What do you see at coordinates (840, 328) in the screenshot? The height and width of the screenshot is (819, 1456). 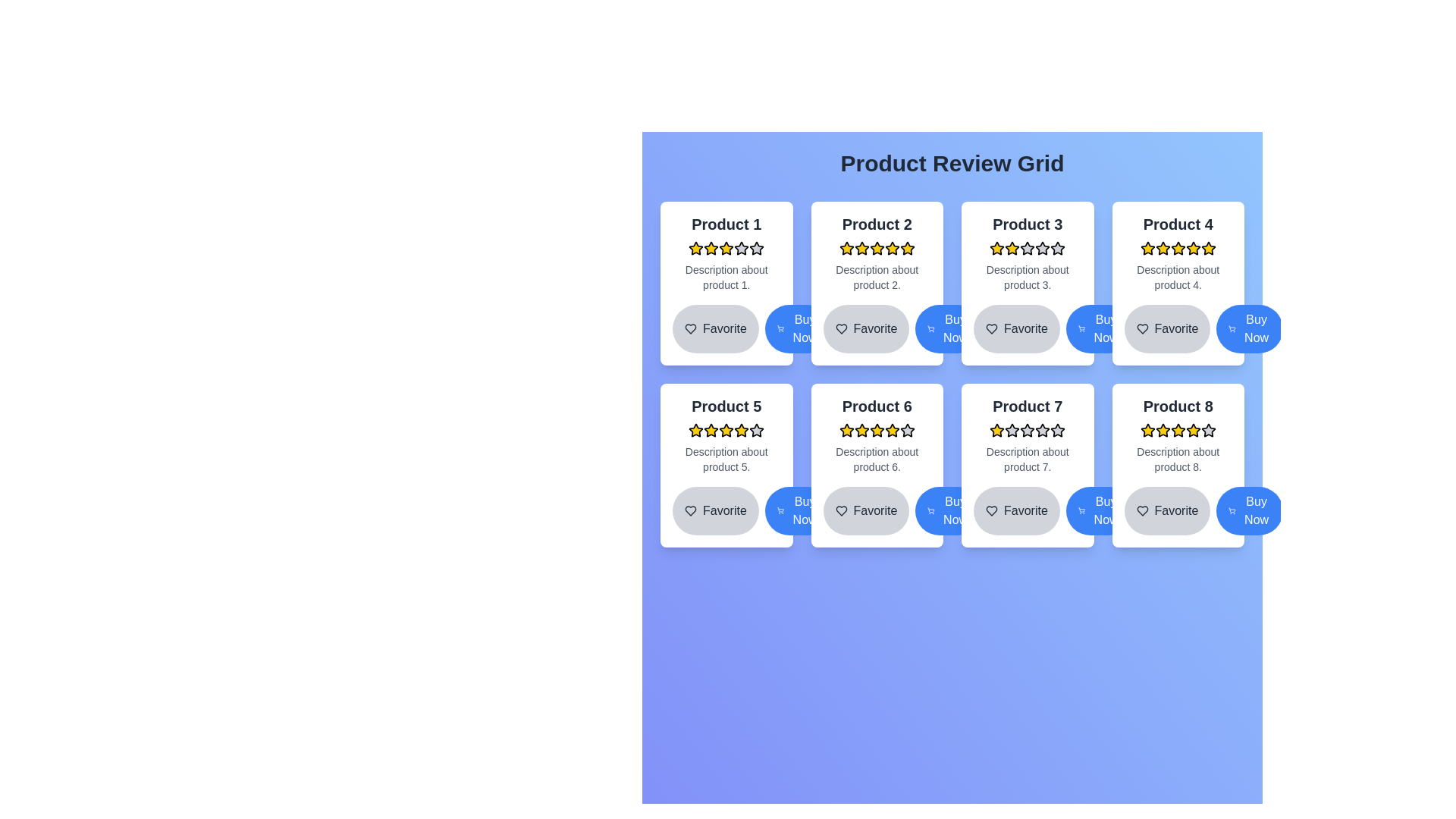 I see `the heart icon button within the second product card in the first row to mark the product as a favorite` at bounding box center [840, 328].